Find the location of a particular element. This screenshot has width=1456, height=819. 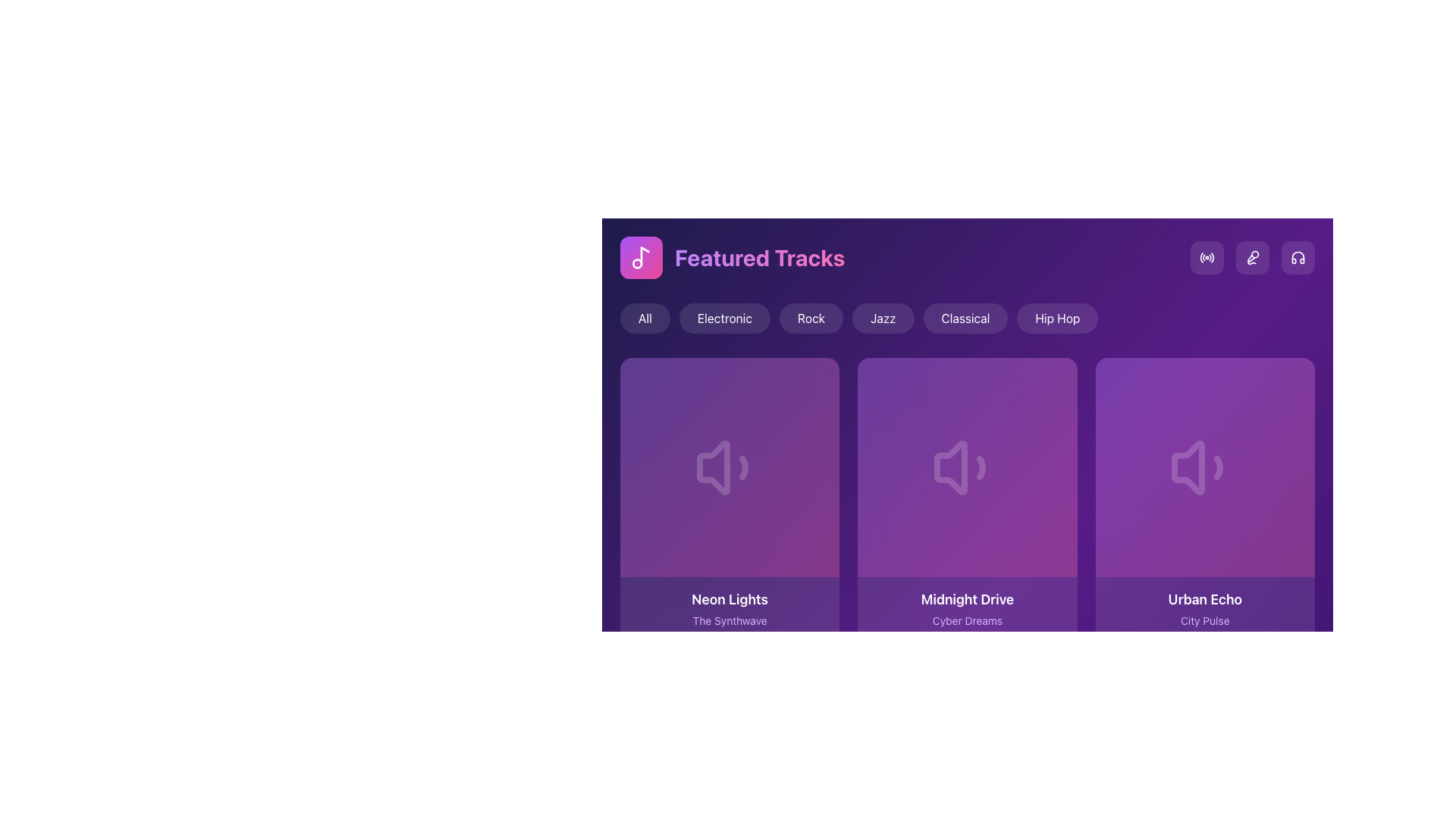

the audio playback control element with a speaker icon to trigger additional effects is located at coordinates (967, 466).